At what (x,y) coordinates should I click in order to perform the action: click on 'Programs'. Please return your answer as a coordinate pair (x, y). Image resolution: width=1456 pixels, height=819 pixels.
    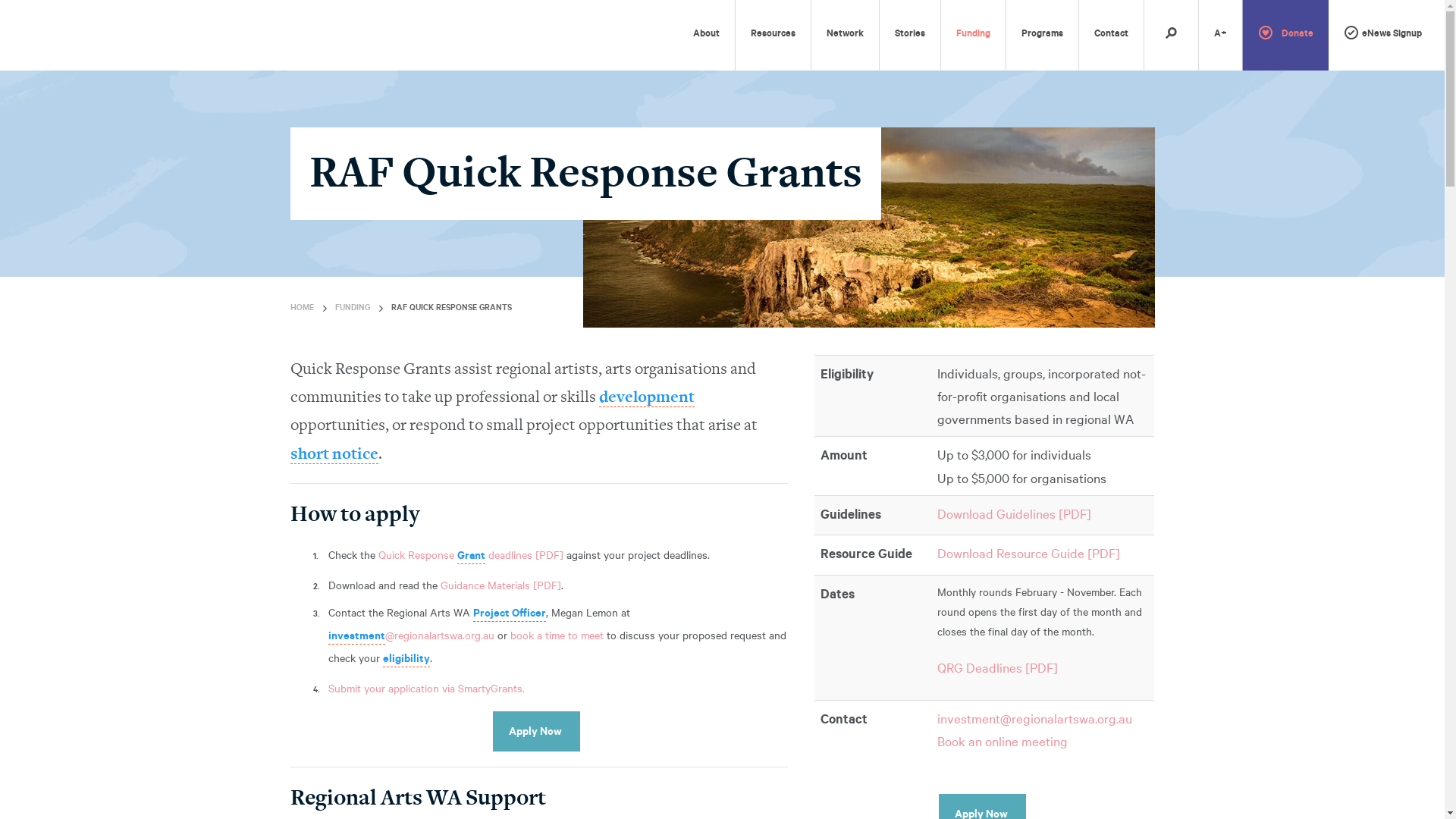
    Looking at the image, I should click on (1041, 34).